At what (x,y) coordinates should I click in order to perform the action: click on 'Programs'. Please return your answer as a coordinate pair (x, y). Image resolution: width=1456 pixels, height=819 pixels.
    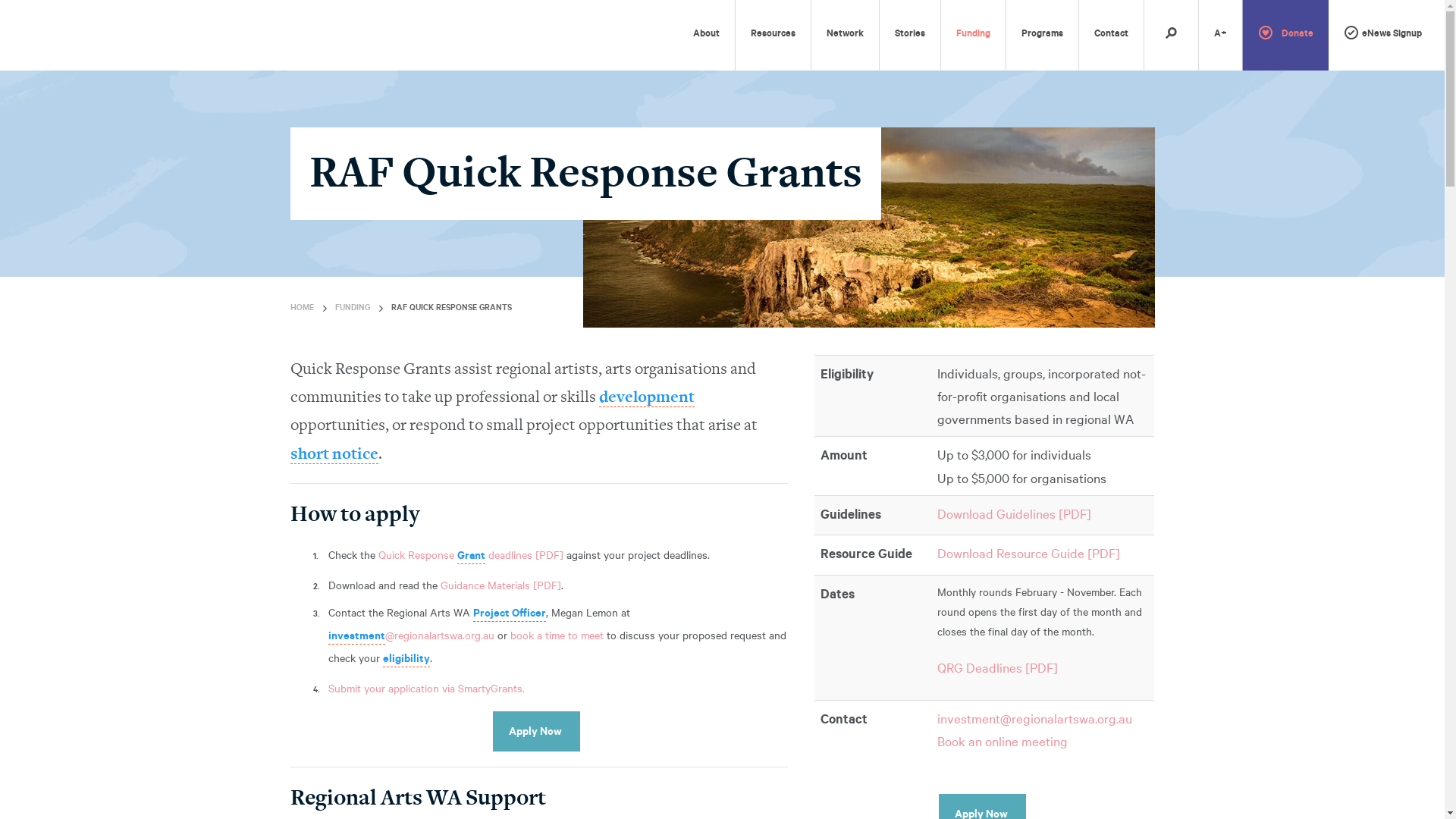
    Looking at the image, I should click on (1041, 34).